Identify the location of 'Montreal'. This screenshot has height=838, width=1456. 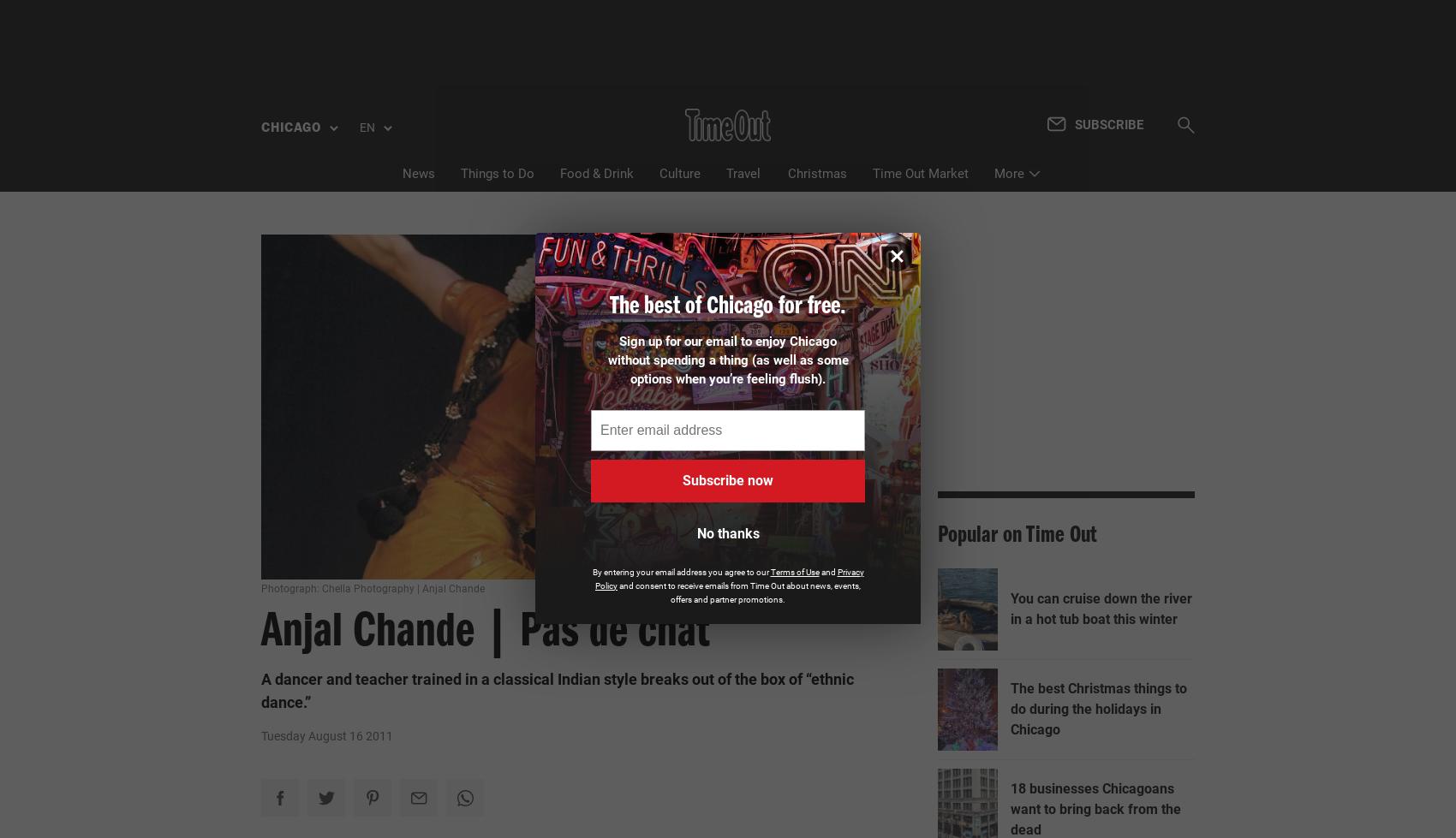
(313, 490).